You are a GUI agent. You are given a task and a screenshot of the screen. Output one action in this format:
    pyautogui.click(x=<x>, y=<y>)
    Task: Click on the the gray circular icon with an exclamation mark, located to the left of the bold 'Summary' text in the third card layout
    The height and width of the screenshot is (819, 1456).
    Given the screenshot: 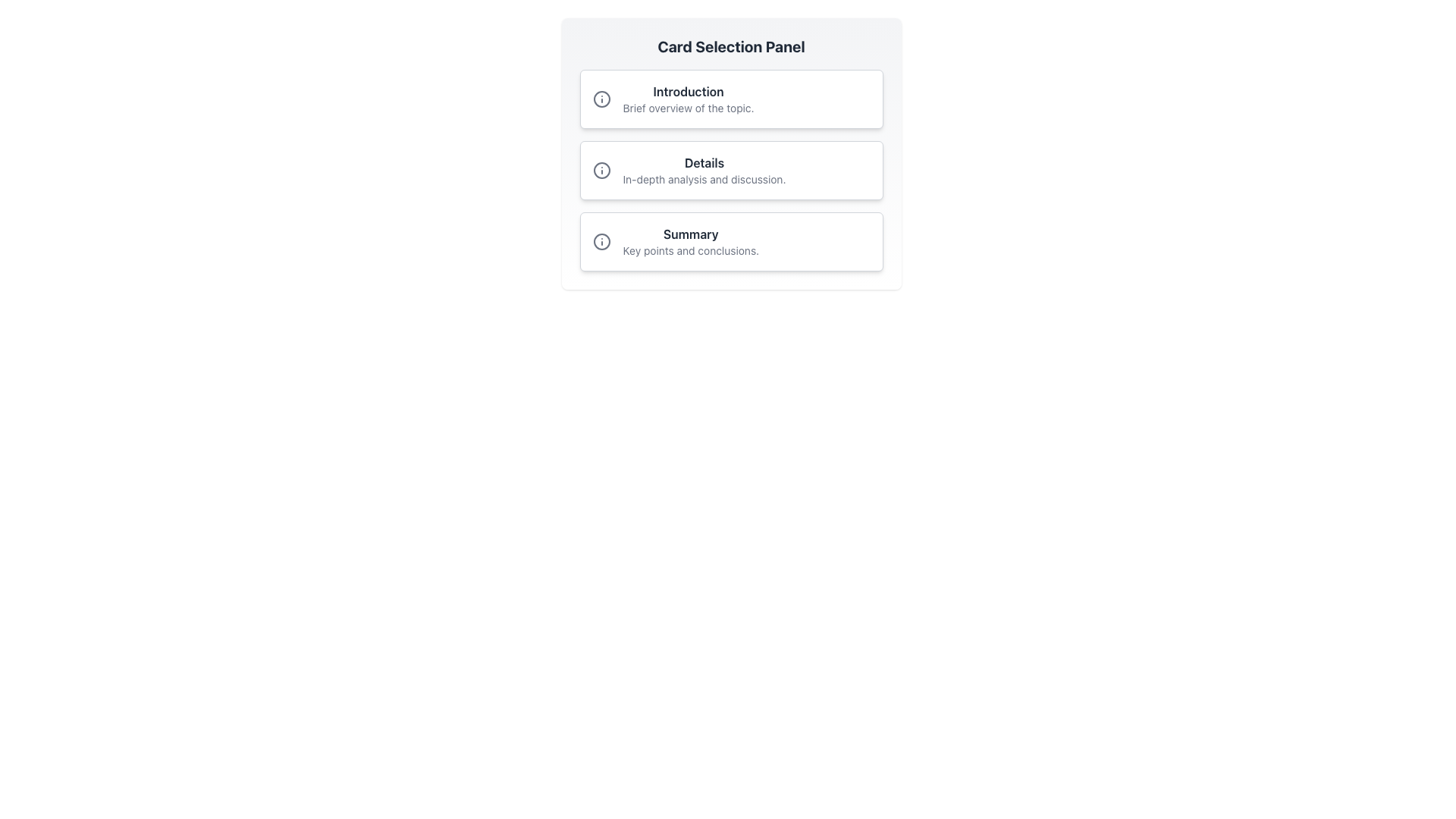 What is the action you would take?
    pyautogui.click(x=601, y=241)
    